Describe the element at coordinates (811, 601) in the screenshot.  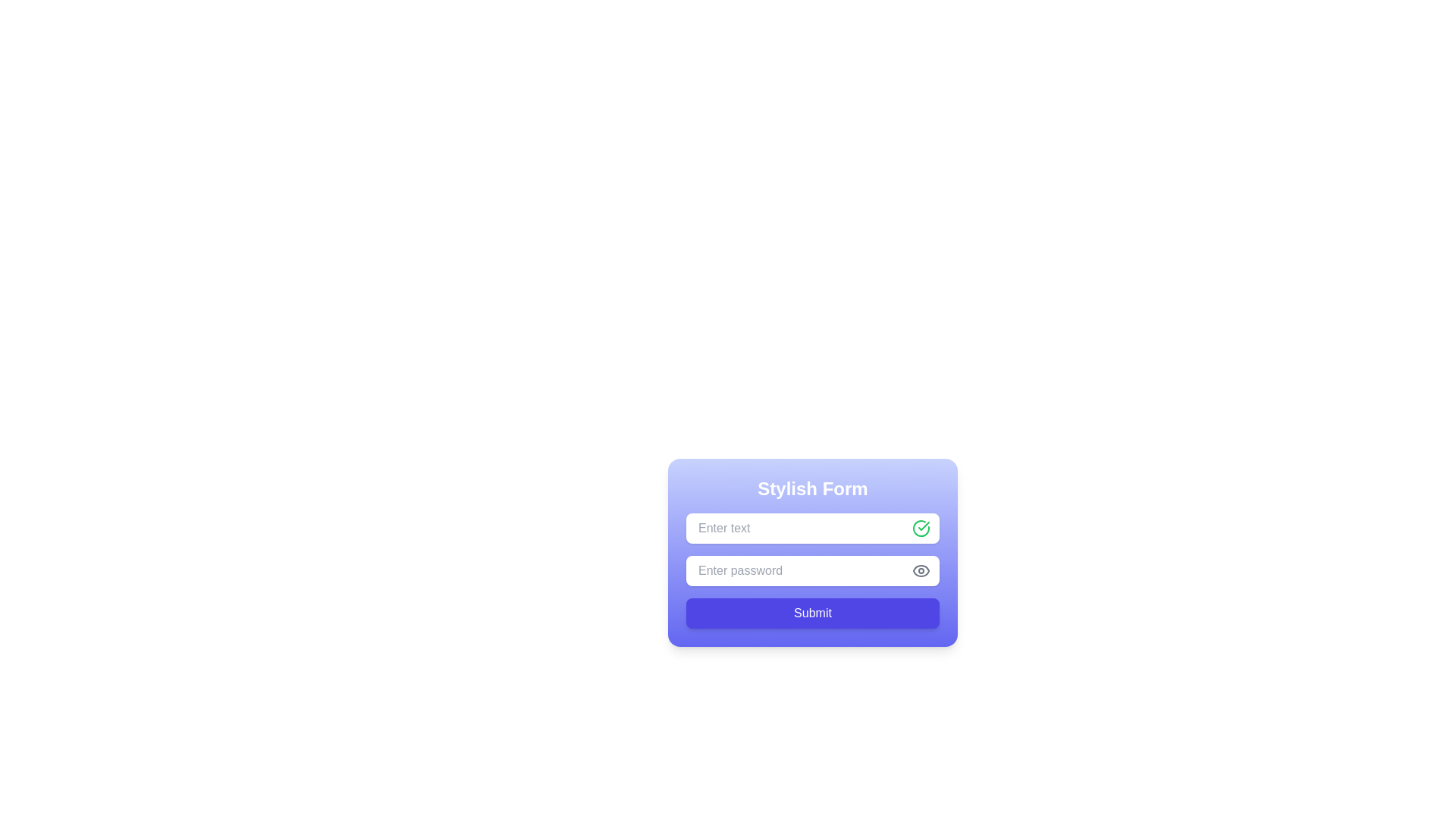
I see `the 'Submit' button, which is a rectangular button with rounded corners, vibrant blue color and white text, located at the bottom of the form layout` at that location.